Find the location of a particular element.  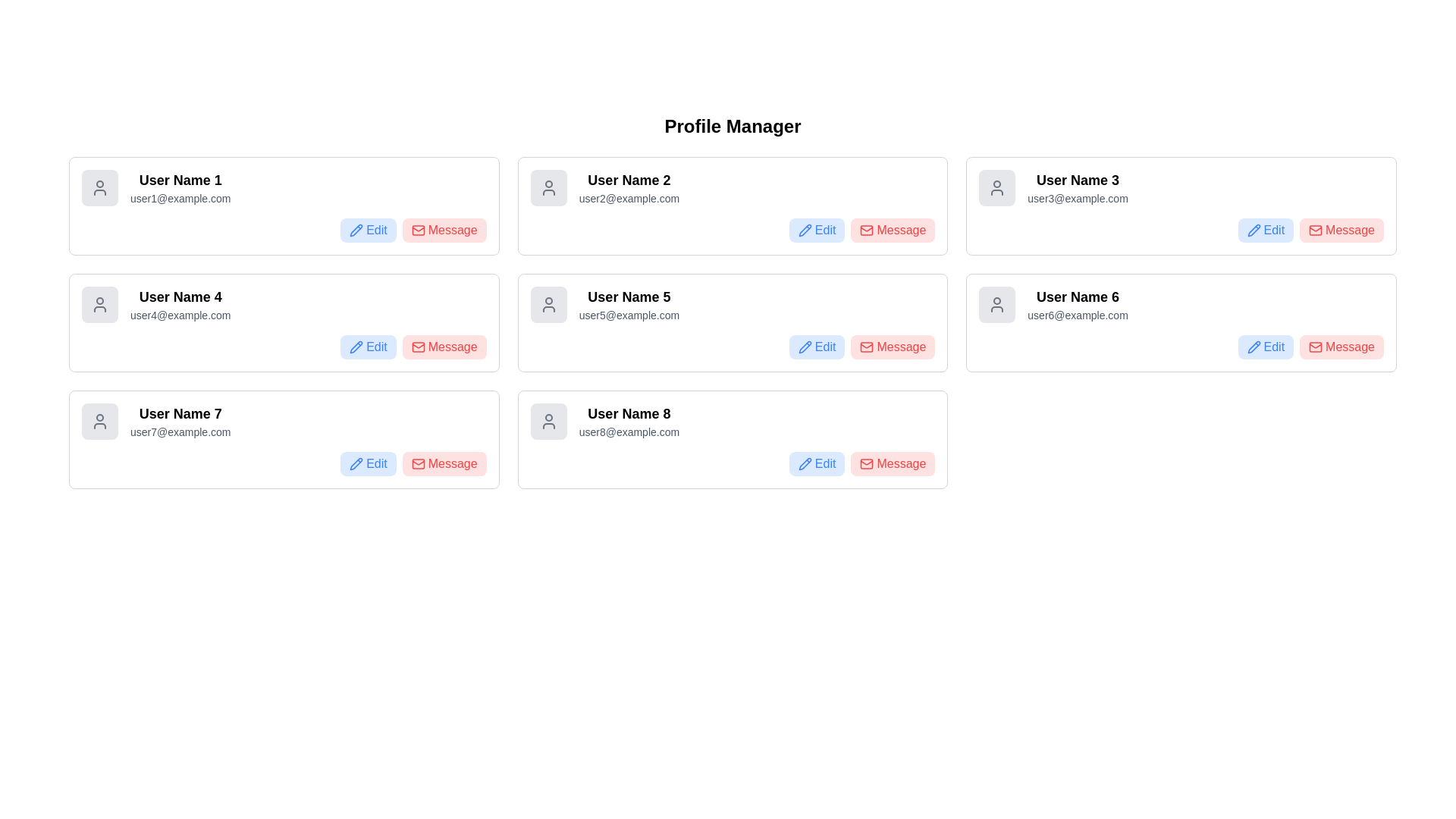

the user icon located in the user profile card labeled 'User Name 3' in the top-right area of the interface is located at coordinates (997, 187).